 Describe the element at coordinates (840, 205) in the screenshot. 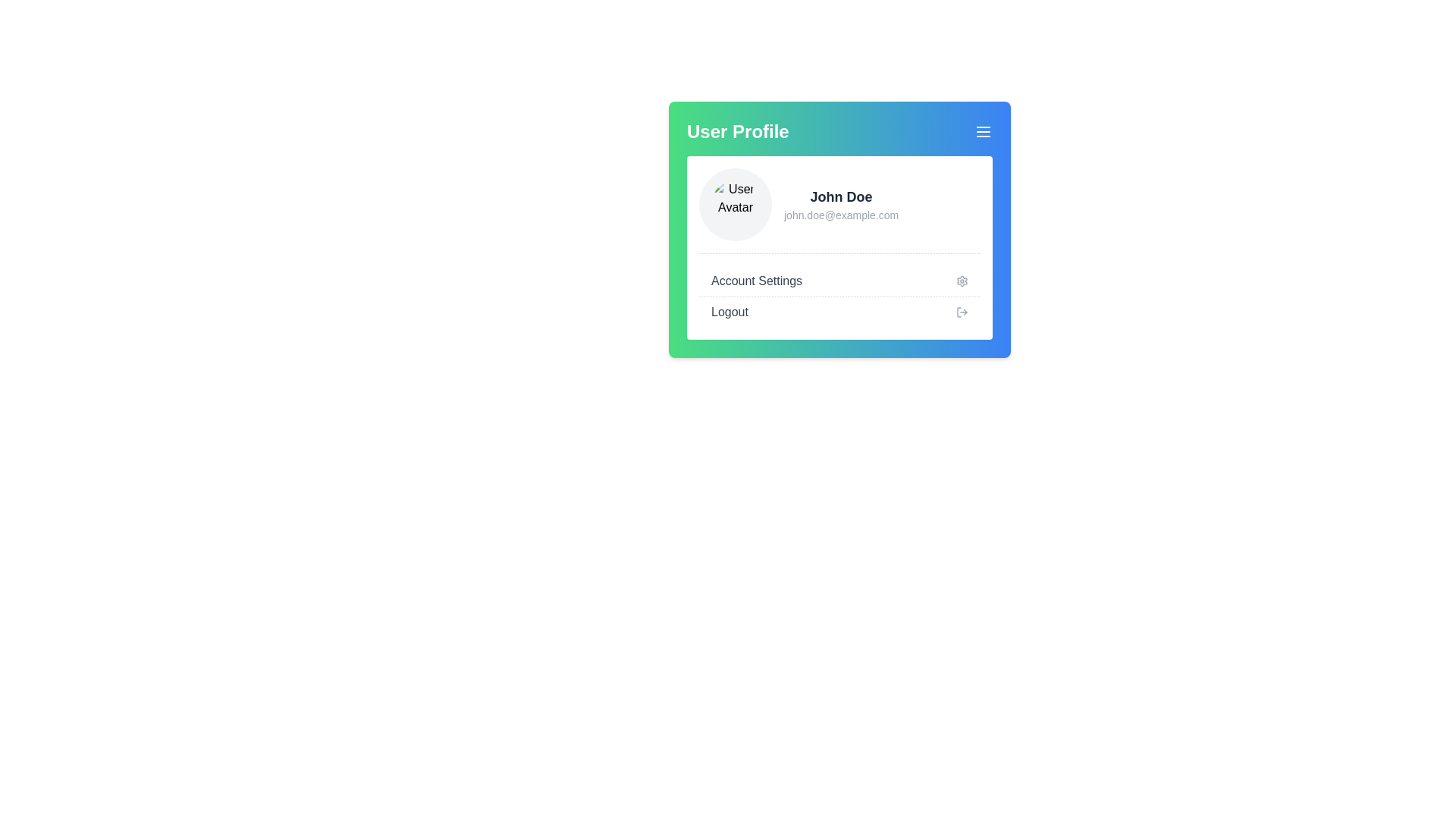

I see `user information text label displaying the name 'John Doe' and the email 'john.doe@example.com', which is located to the right of the circular avatar in the user profile card` at that location.